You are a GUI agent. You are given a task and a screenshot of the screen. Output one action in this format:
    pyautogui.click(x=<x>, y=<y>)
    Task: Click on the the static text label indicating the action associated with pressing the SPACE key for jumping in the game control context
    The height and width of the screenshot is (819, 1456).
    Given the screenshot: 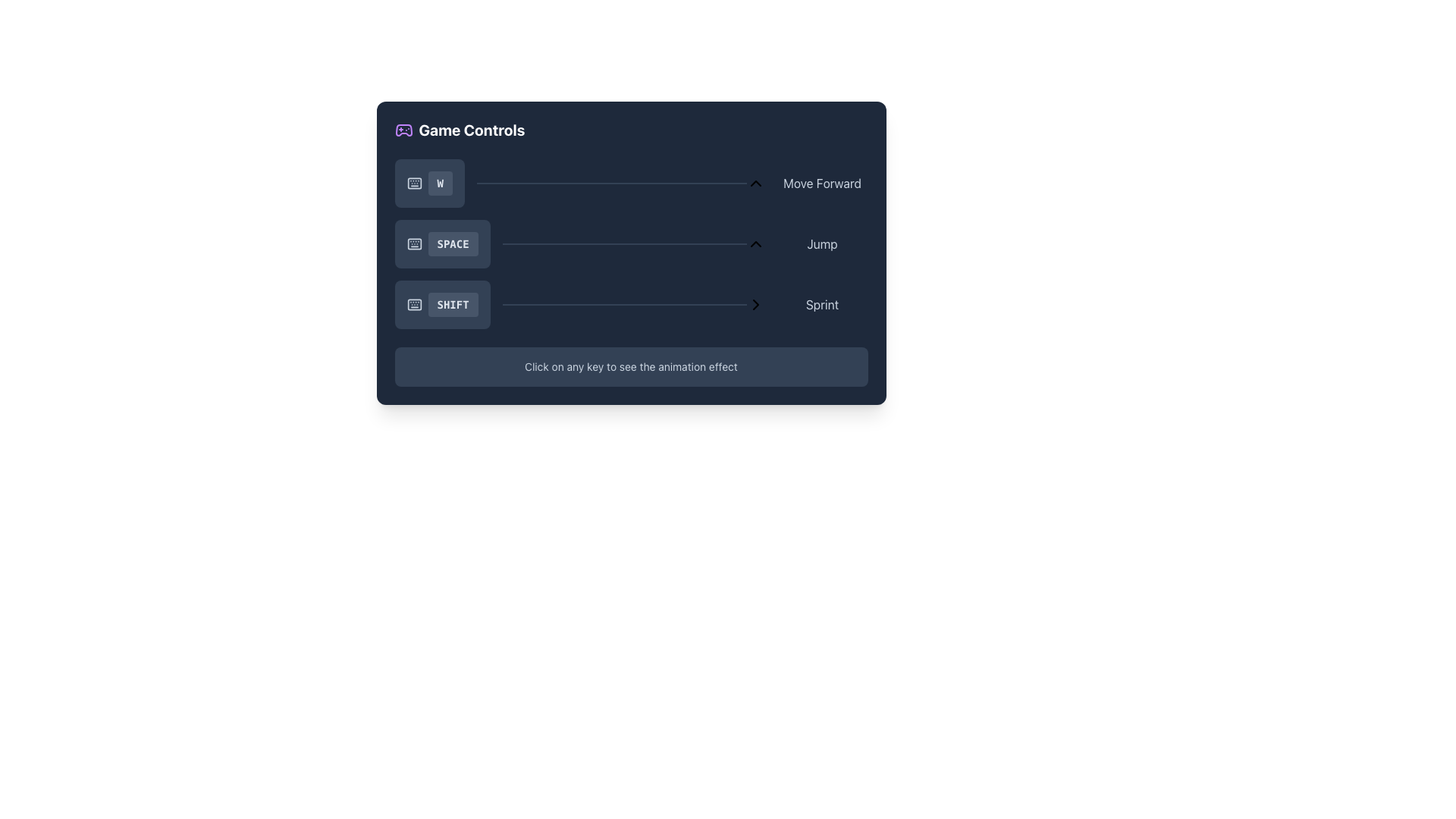 What is the action you would take?
    pyautogui.click(x=821, y=243)
    